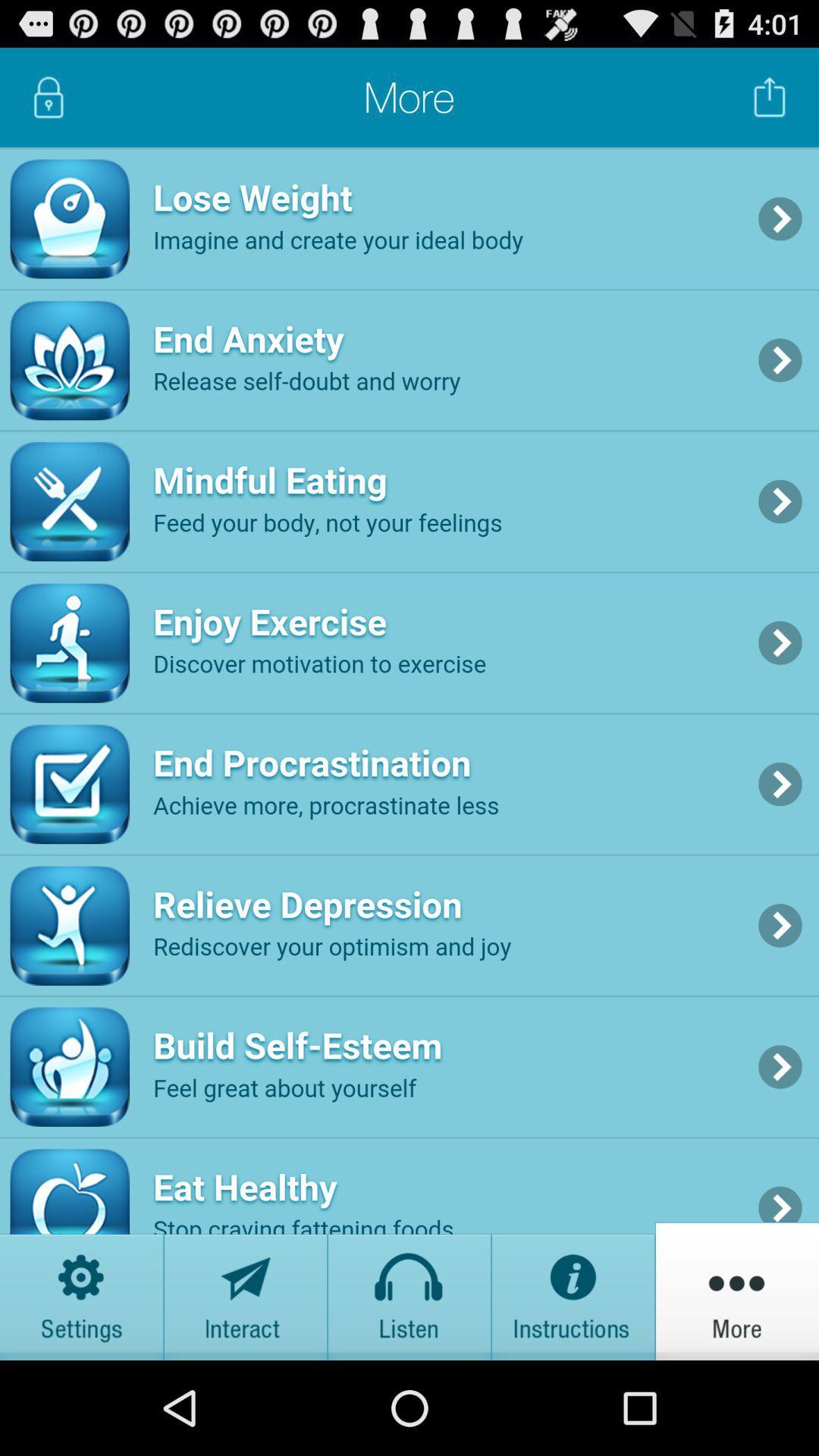 Image resolution: width=819 pixels, height=1456 pixels. I want to click on more button, so click(736, 1290).